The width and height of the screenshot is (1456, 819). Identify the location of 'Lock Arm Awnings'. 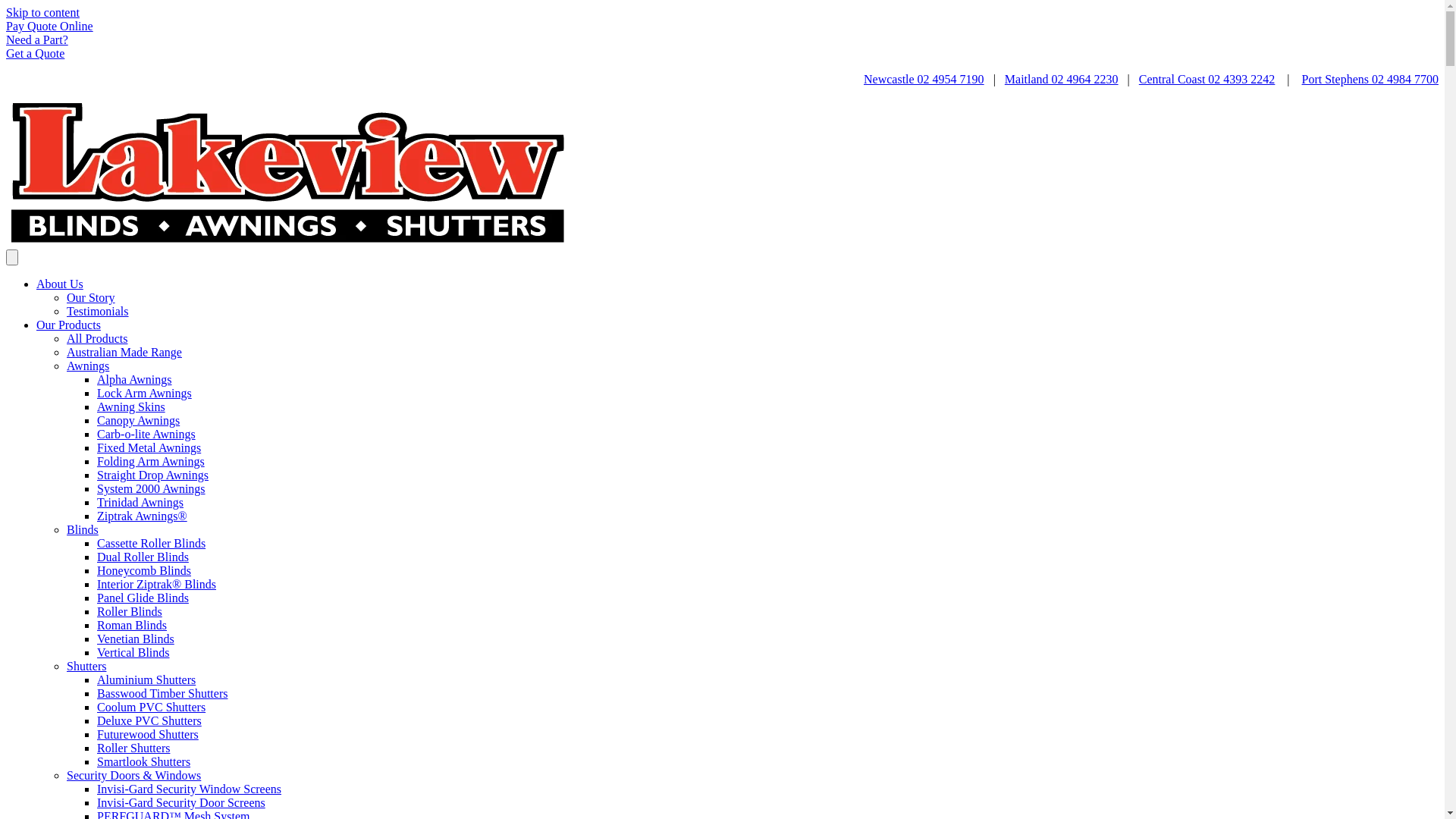
(96, 392).